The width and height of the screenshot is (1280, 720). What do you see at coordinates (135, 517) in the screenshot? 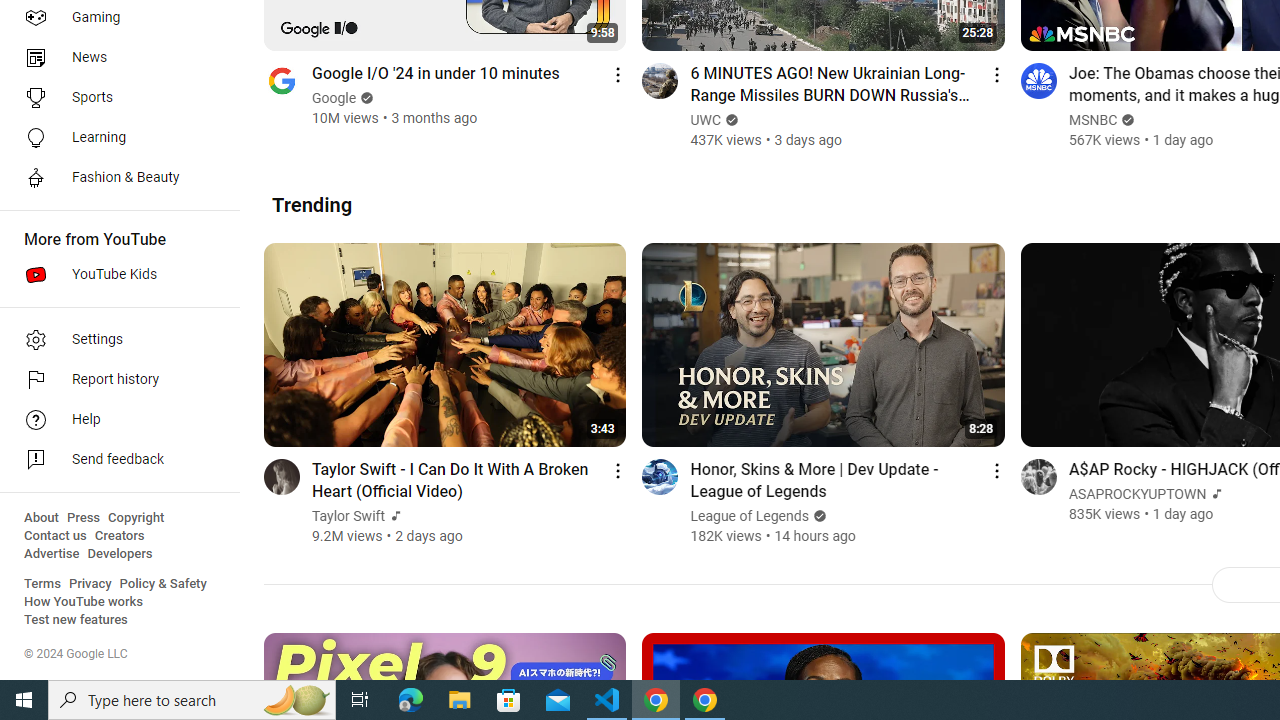
I see `'Copyright'` at bounding box center [135, 517].